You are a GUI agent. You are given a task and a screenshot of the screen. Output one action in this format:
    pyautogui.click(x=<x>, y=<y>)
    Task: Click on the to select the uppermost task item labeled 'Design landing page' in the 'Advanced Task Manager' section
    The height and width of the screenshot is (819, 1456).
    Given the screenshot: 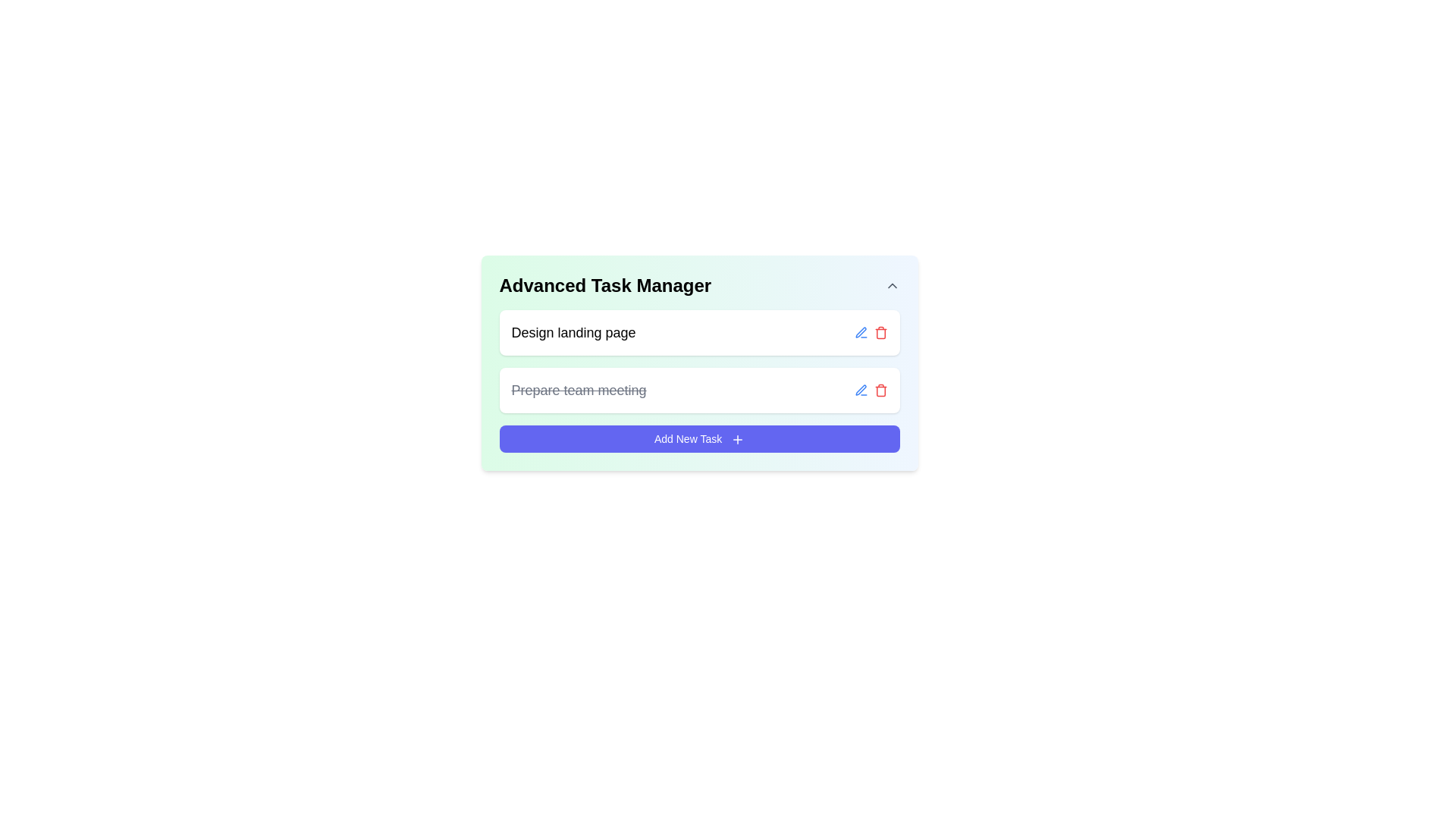 What is the action you would take?
    pyautogui.click(x=698, y=362)
    